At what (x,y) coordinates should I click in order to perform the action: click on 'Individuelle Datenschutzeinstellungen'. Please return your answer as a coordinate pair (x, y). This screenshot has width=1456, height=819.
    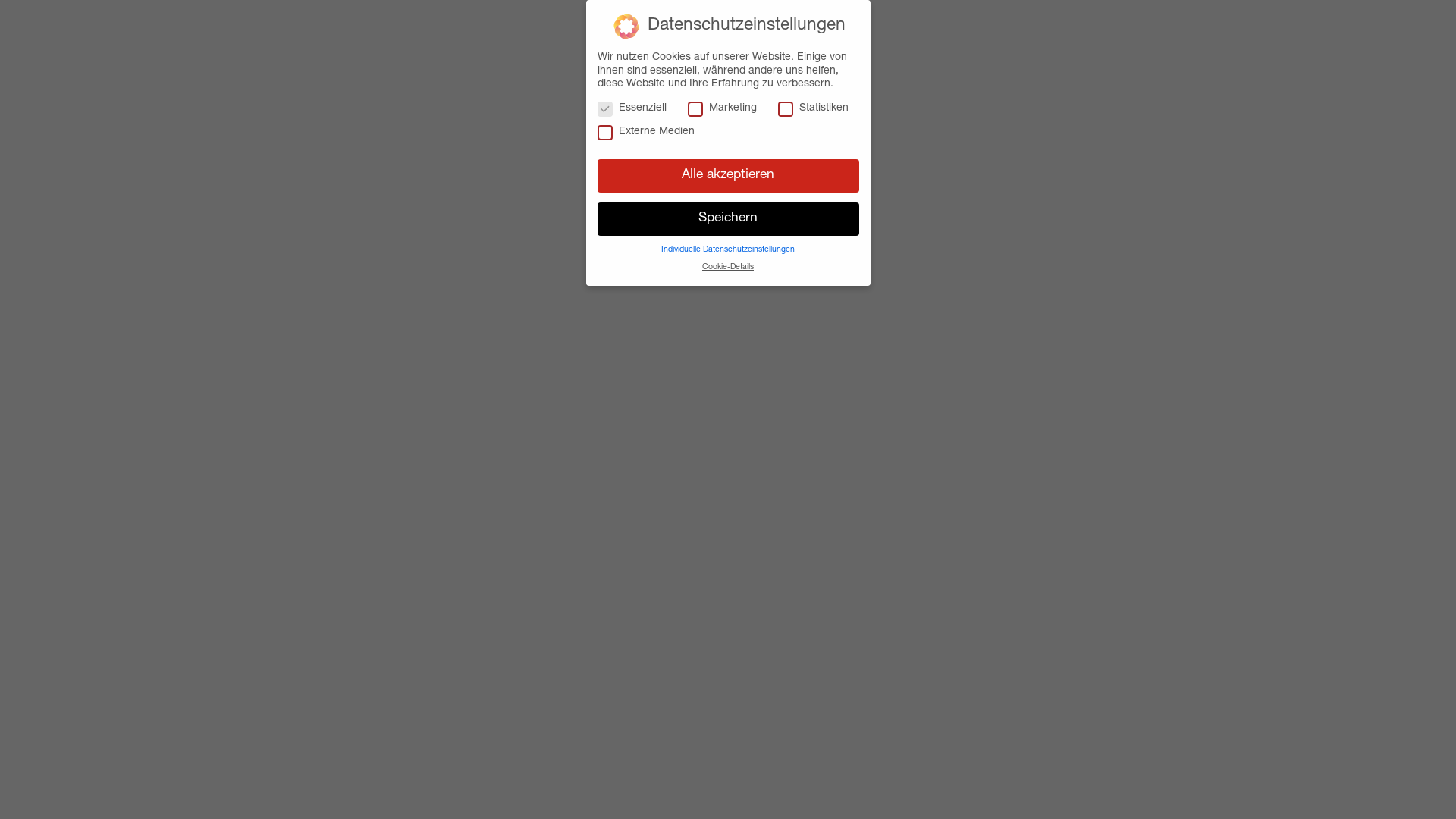
    Looking at the image, I should click on (661, 249).